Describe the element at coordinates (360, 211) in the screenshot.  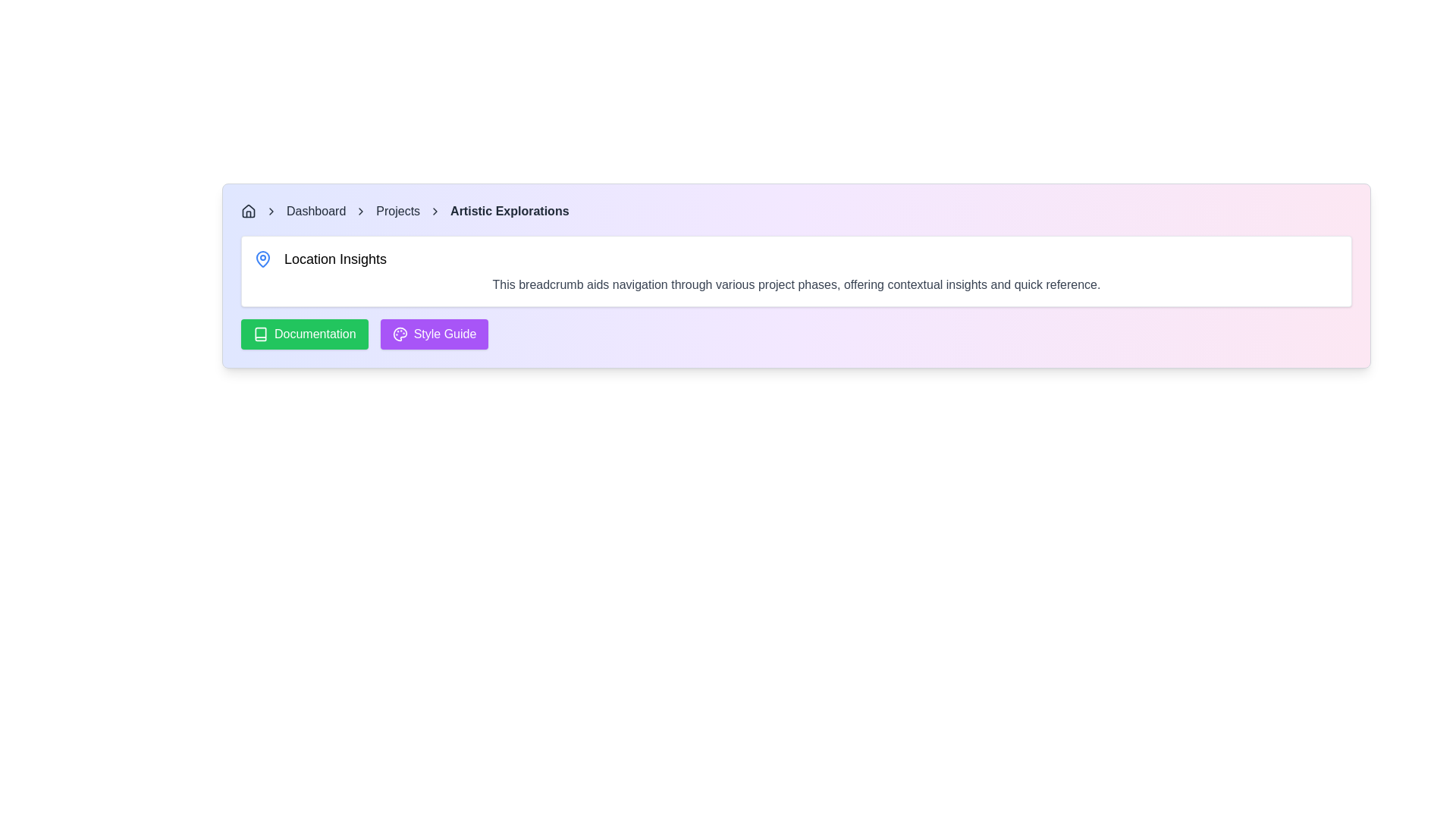
I see `the right-facing chevron icon located in the breadcrumb navigation bar, positioned between the 'Dashboard' link and the 'Projects' link` at that location.